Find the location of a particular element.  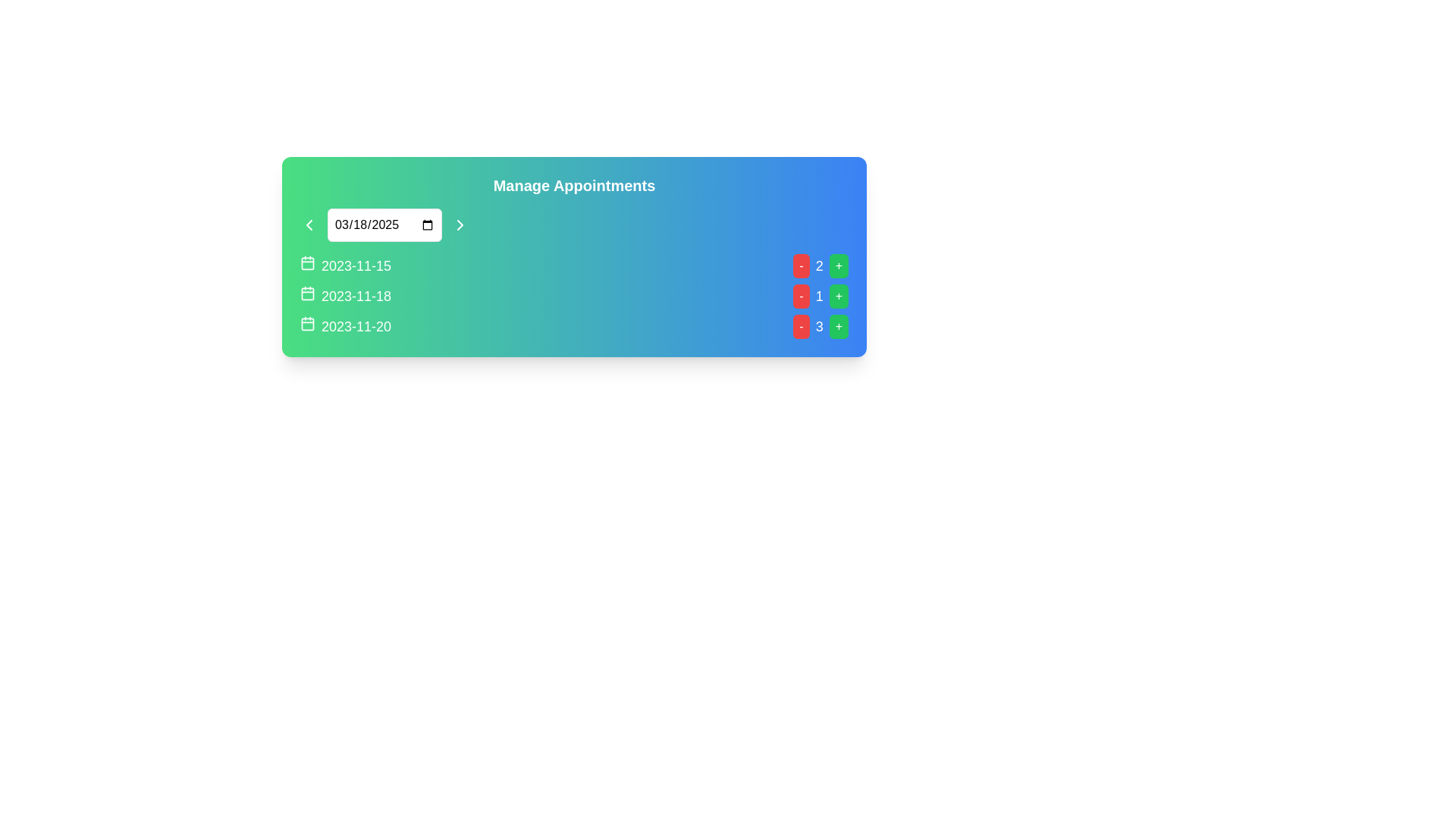

the calendar icon located next to the date entry '2023-11-20' in the 'Manage Appointments' section, which is the last item in the list is located at coordinates (307, 323).